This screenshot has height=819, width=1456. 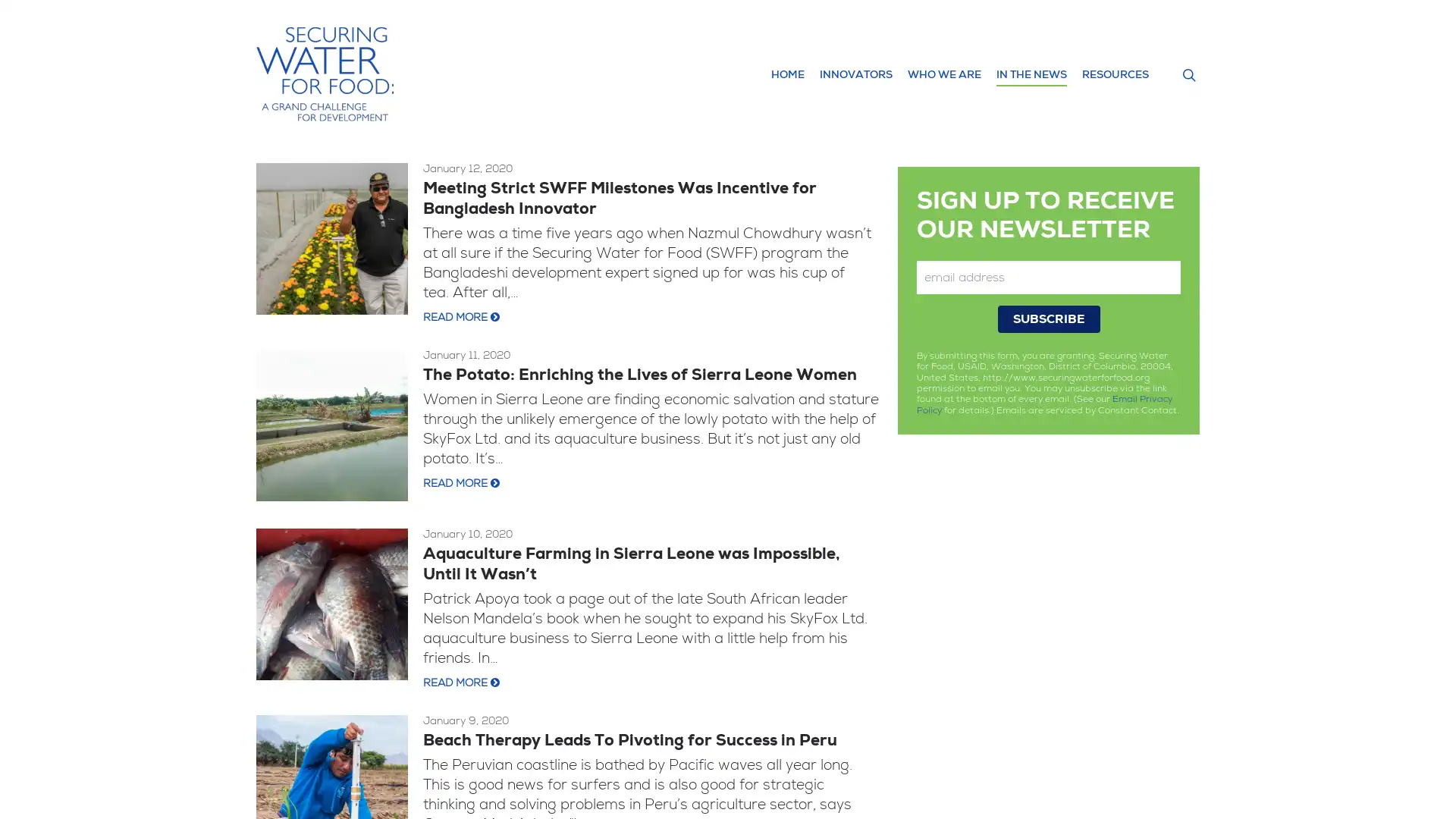 I want to click on SUBSCRIBE, so click(x=1047, y=318).